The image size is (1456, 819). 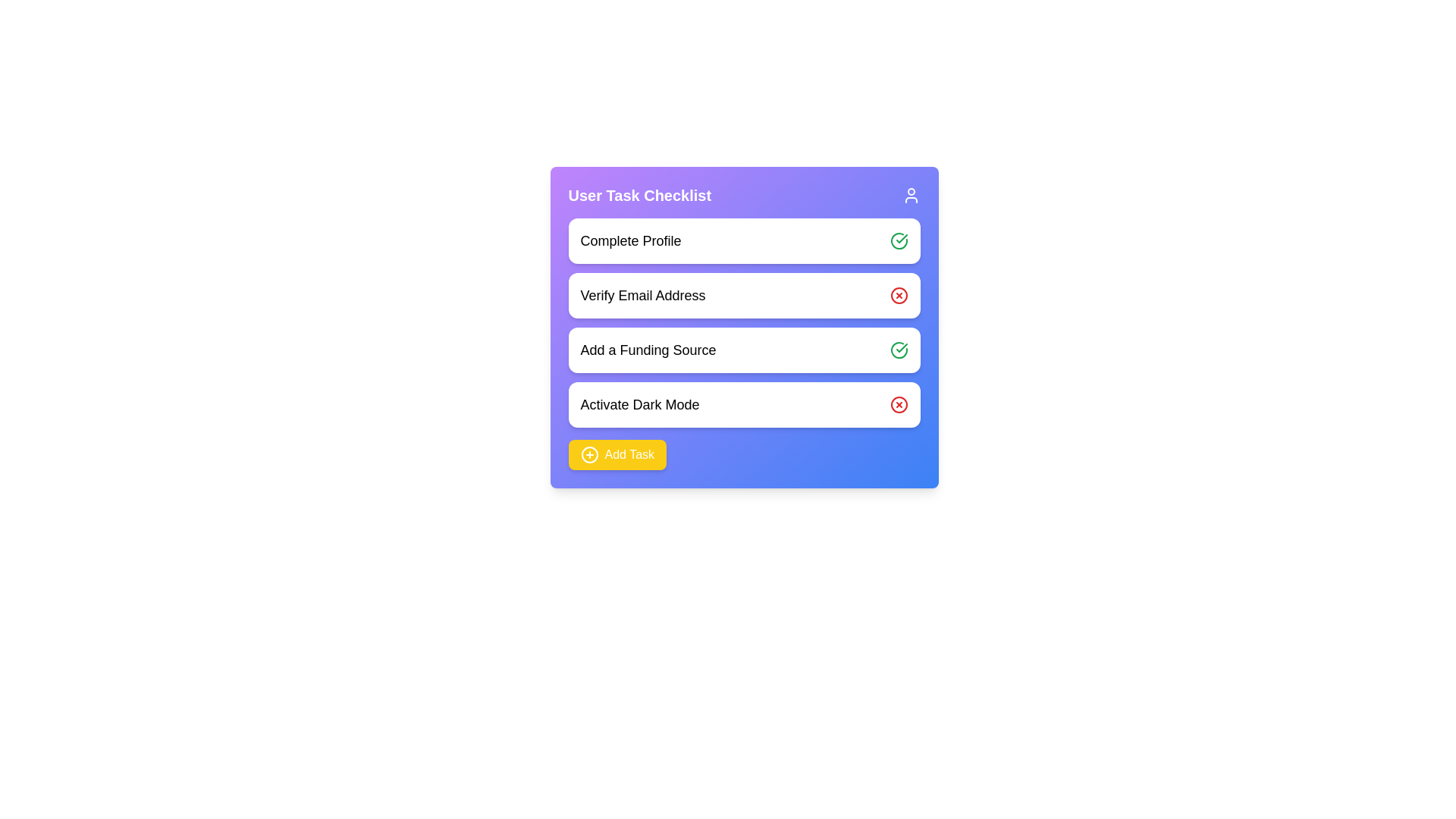 What do you see at coordinates (744, 240) in the screenshot?
I see `the 'Complete Profile' interactive card at the top of the User Task Checklist` at bounding box center [744, 240].